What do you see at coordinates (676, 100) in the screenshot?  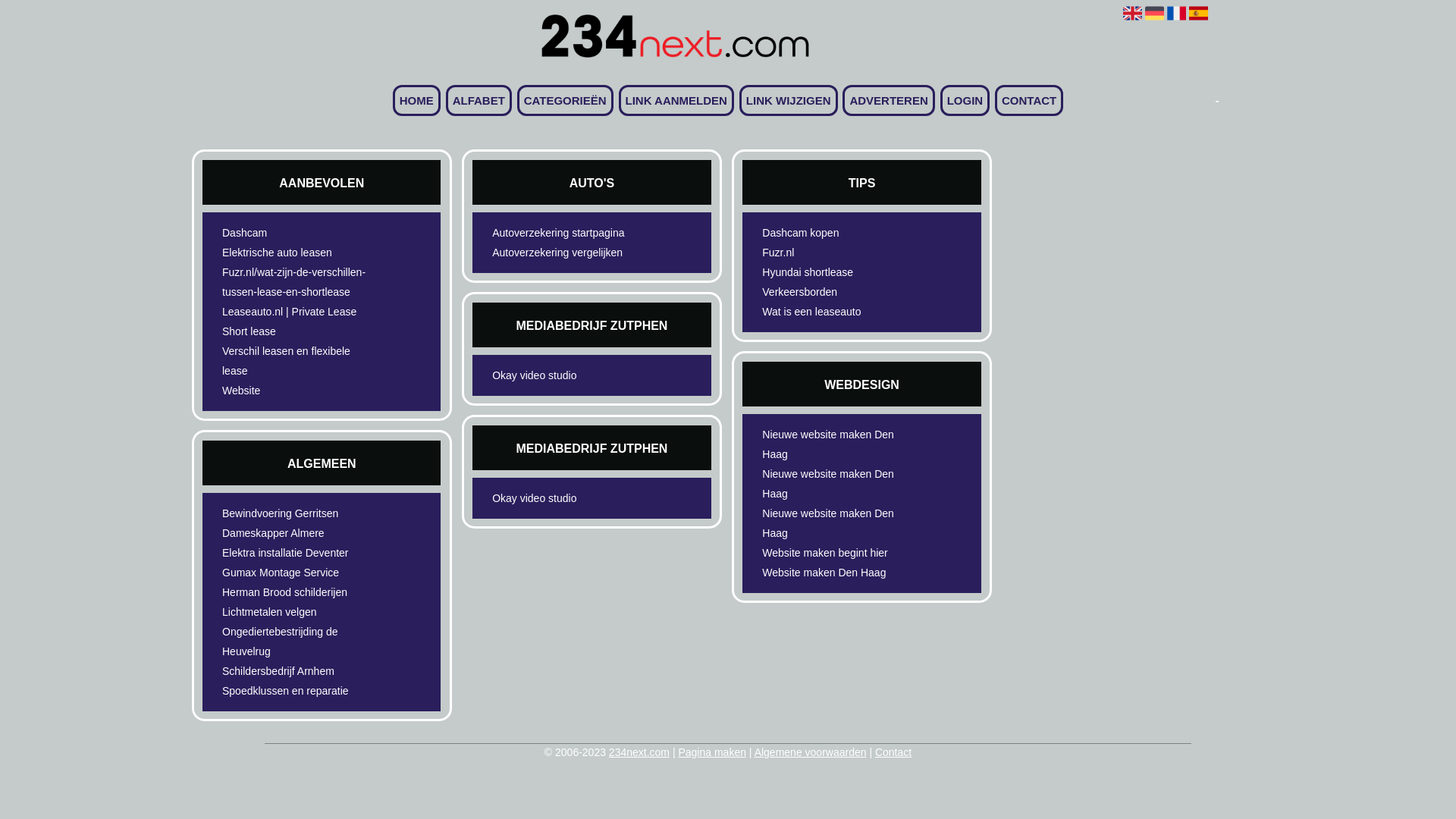 I see `'LINK AANMELDEN'` at bounding box center [676, 100].